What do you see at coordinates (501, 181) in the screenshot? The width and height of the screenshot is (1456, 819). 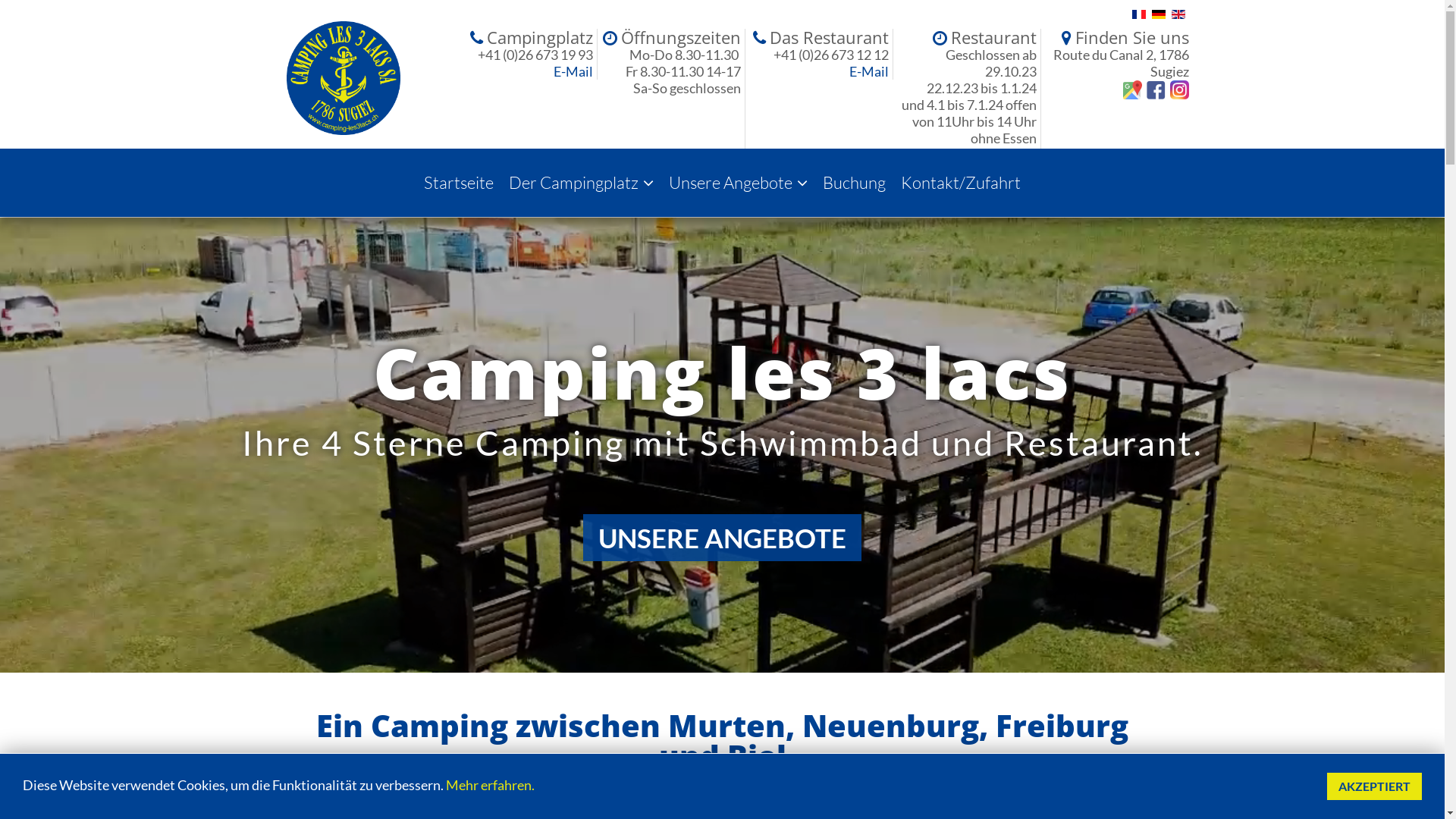 I see `'Der Campingplatz'` at bounding box center [501, 181].